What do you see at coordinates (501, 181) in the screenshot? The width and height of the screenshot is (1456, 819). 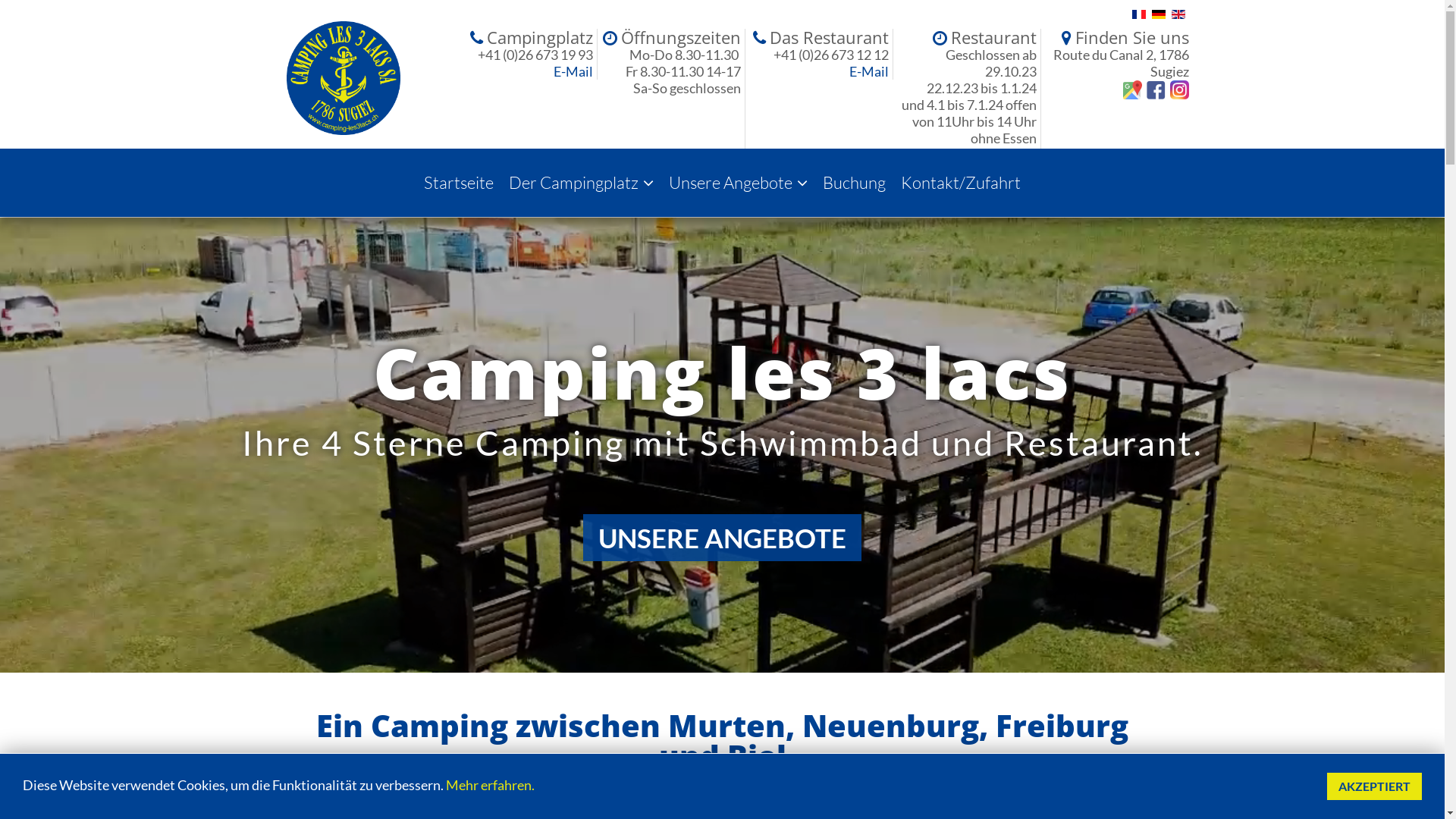 I see `'Der Campingplatz'` at bounding box center [501, 181].